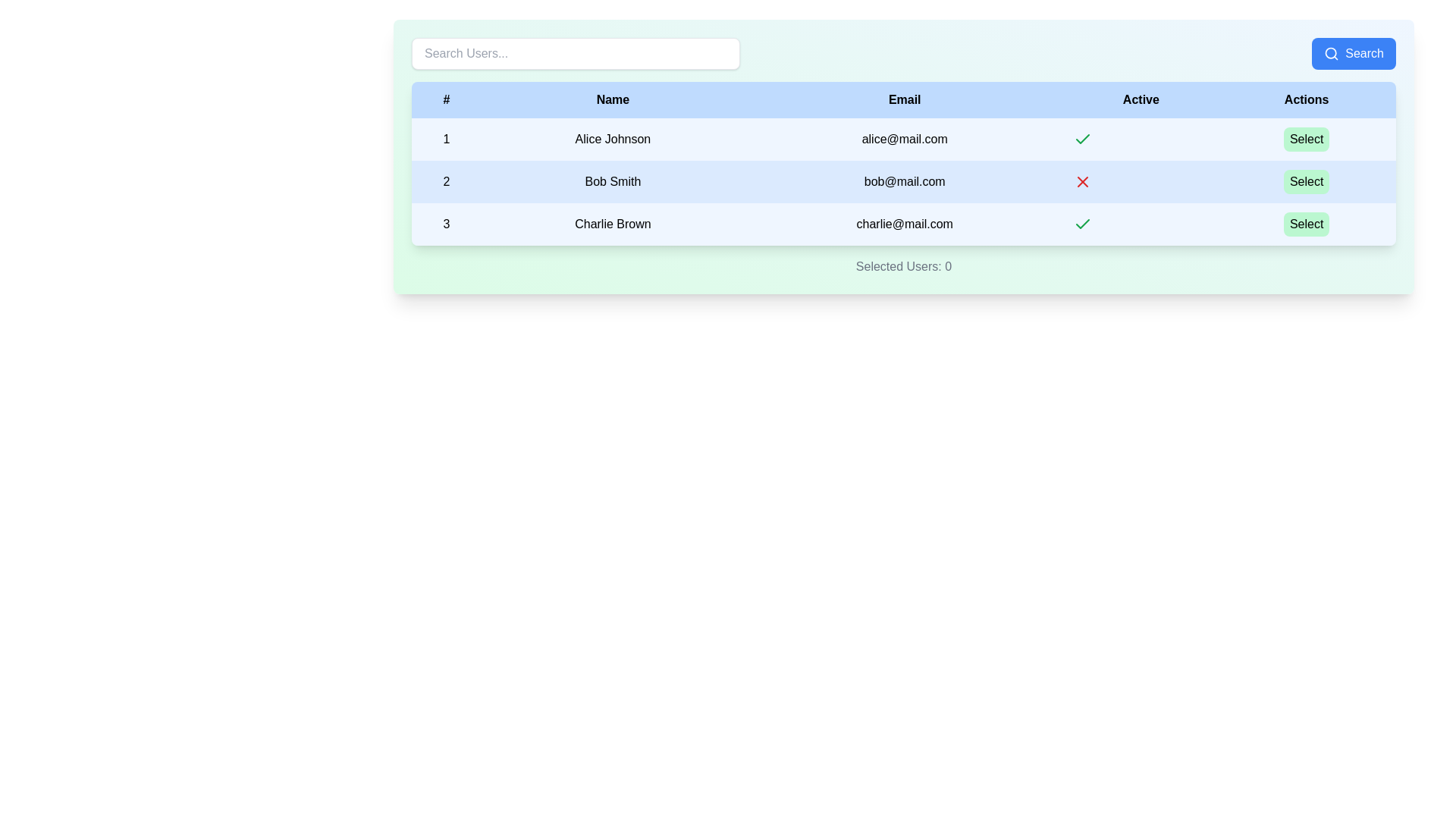 Image resolution: width=1456 pixels, height=819 pixels. What do you see at coordinates (1354, 52) in the screenshot?
I see `the blue 'Search' button with rounded corners, which features a magnifying glass icon and white text` at bounding box center [1354, 52].